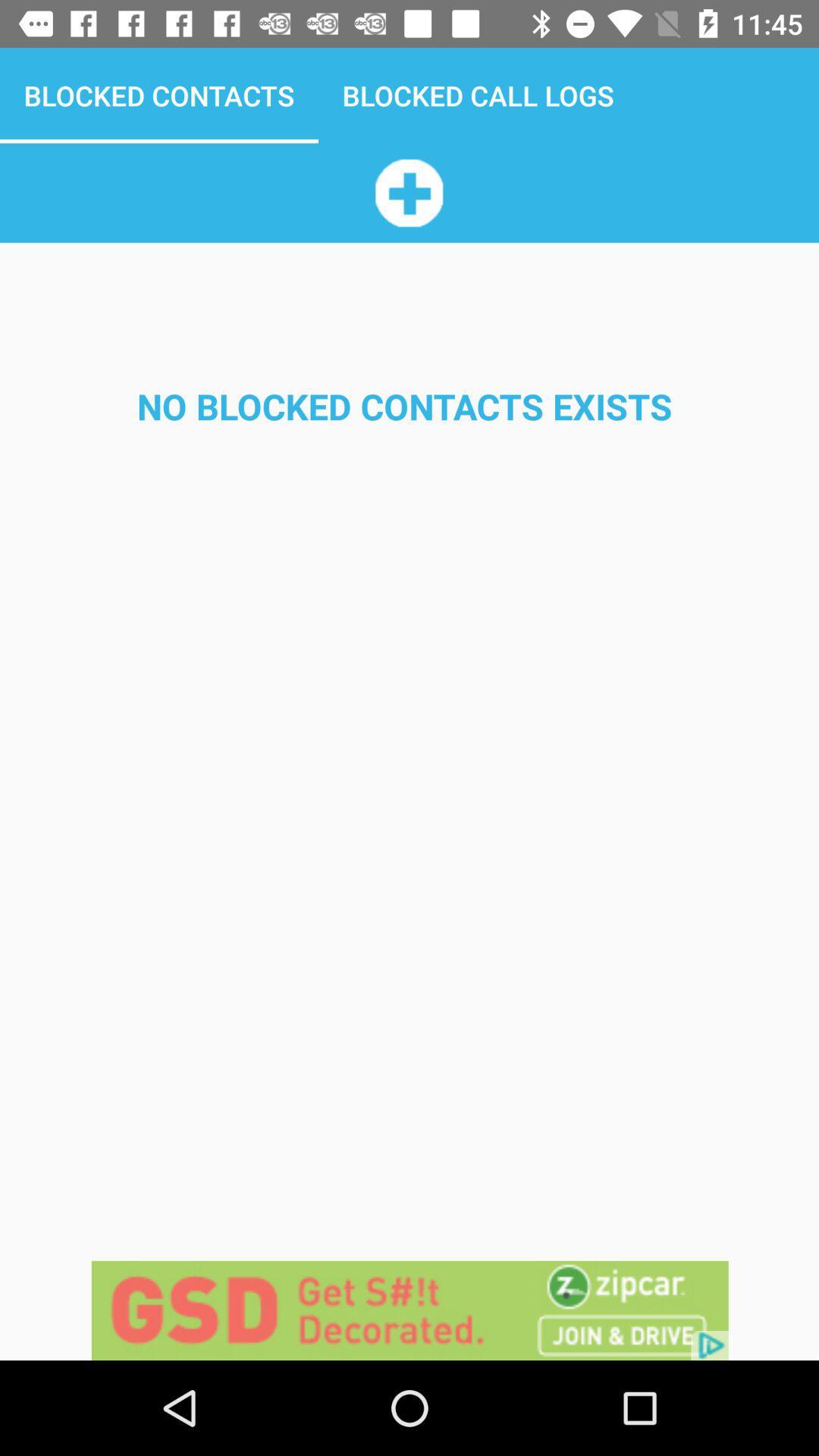  I want to click on the add icon, so click(408, 192).